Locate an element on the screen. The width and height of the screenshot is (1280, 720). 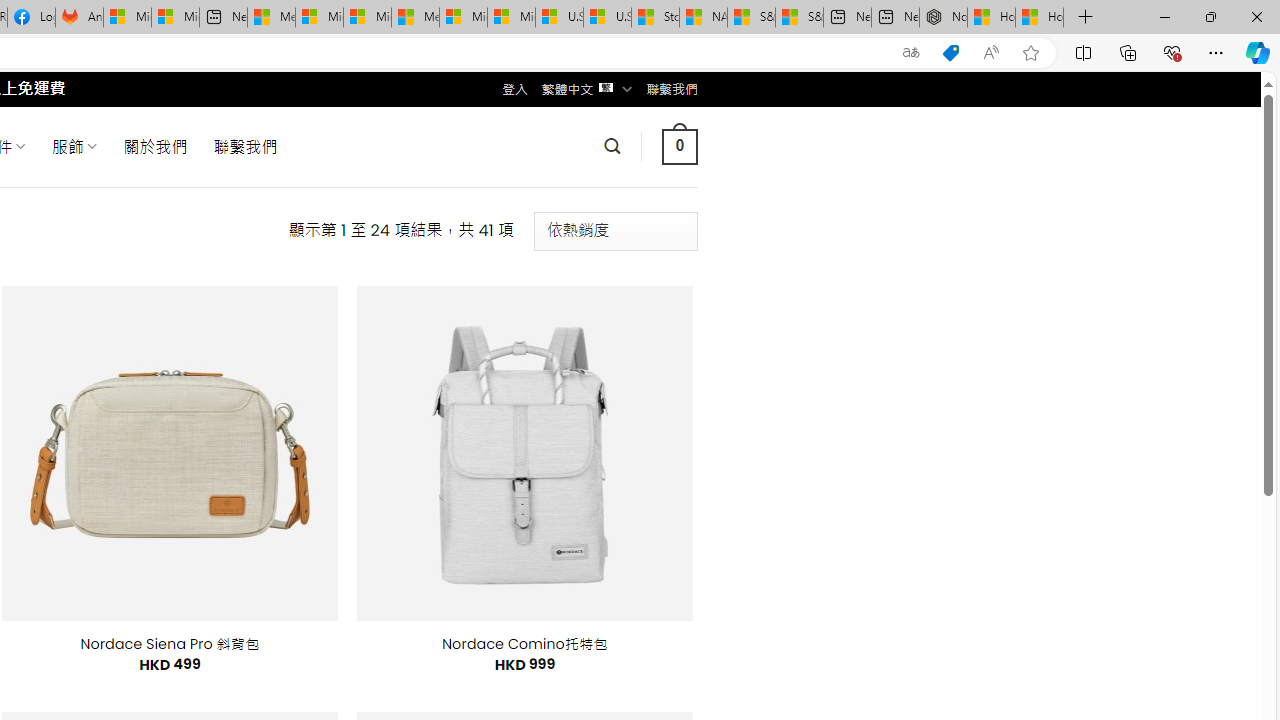
'Microsoft account | Home' is located at coordinates (367, 17).